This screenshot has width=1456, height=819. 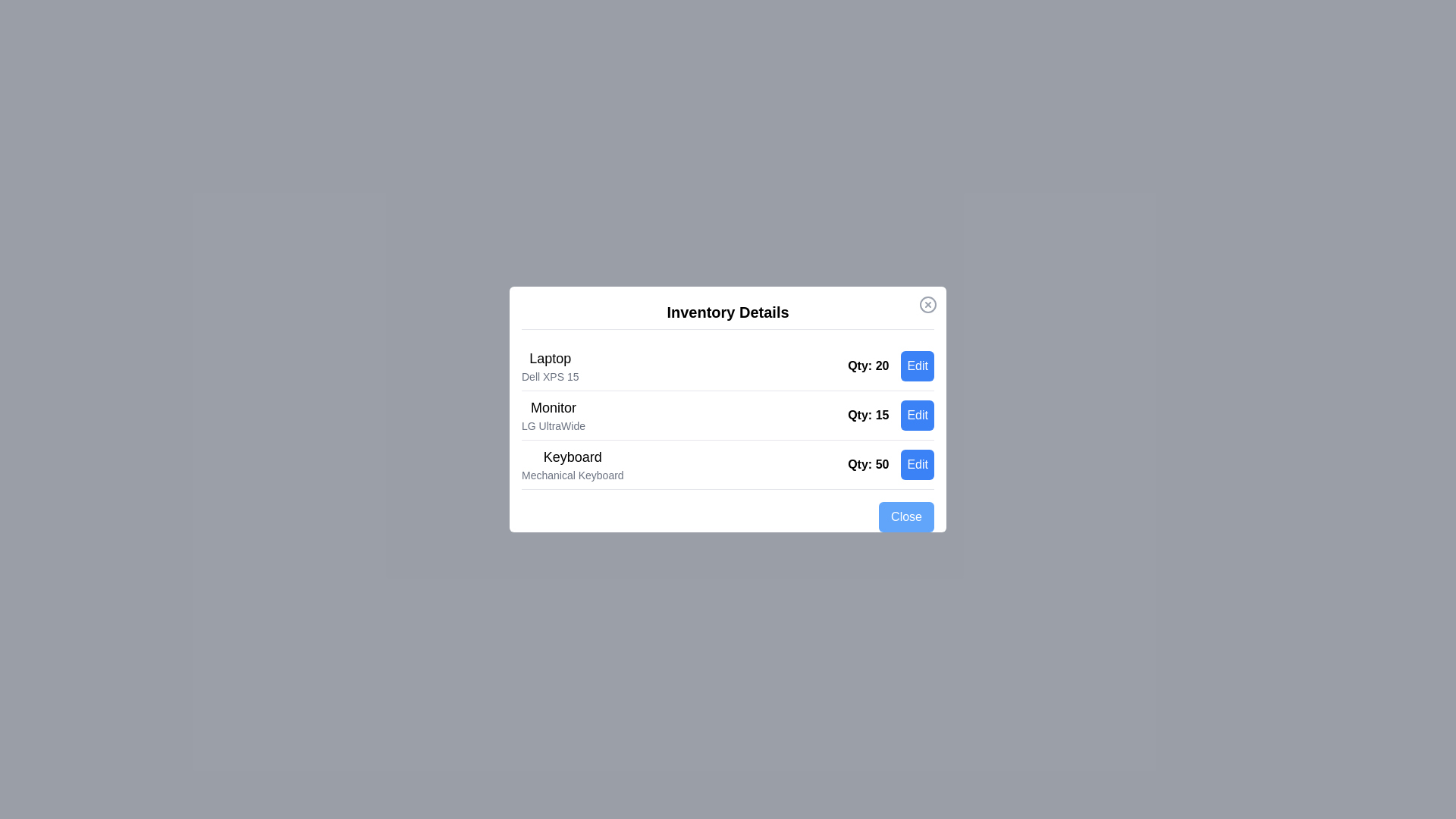 What do you see at coordinates (916, 464) in the screenshot?
I see `the 'Edit' button for the item 'Keyboard'` at bounding box center [916, 464].